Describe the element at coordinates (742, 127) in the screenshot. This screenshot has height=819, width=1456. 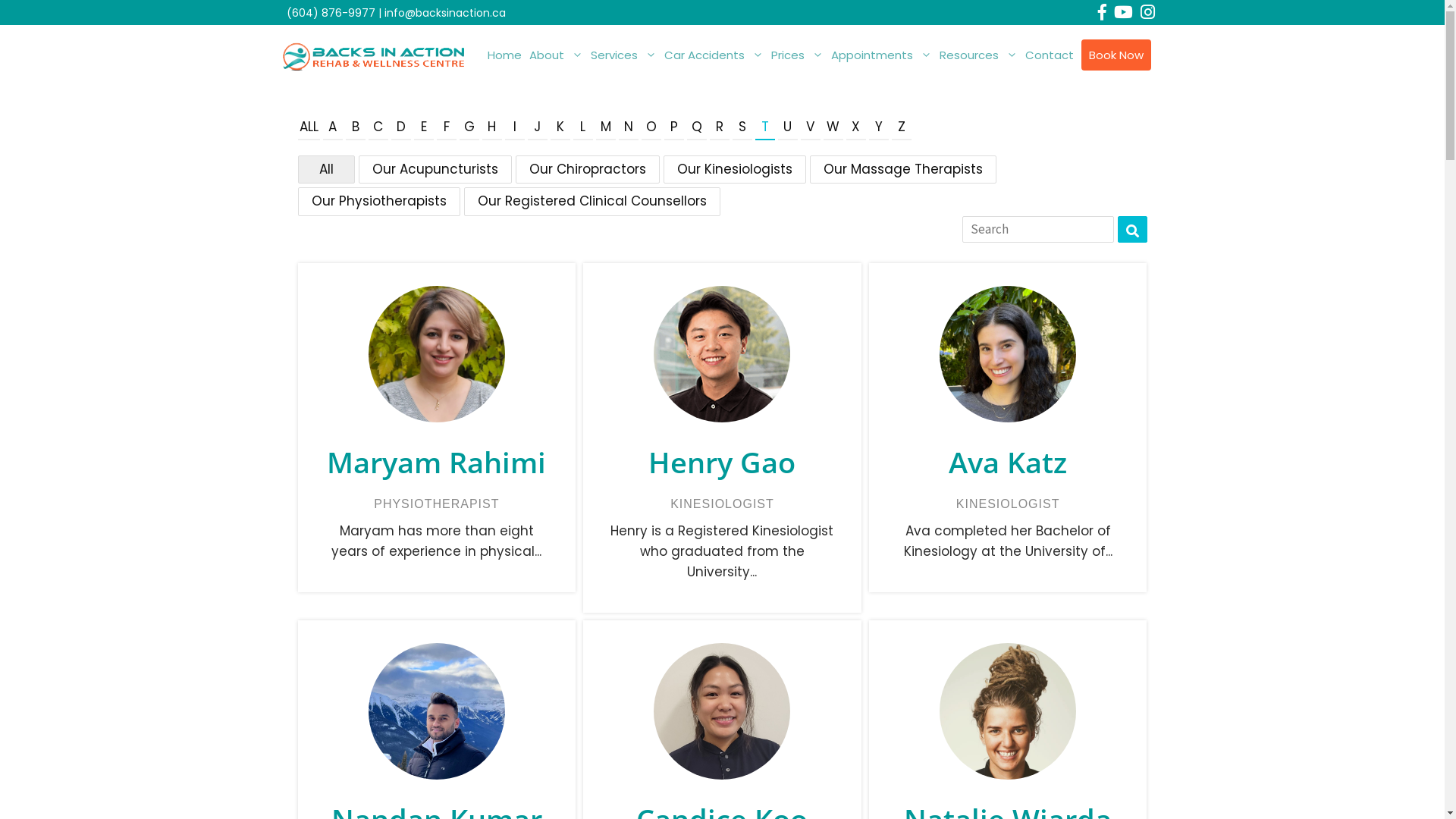
I see `'S'` at that location.